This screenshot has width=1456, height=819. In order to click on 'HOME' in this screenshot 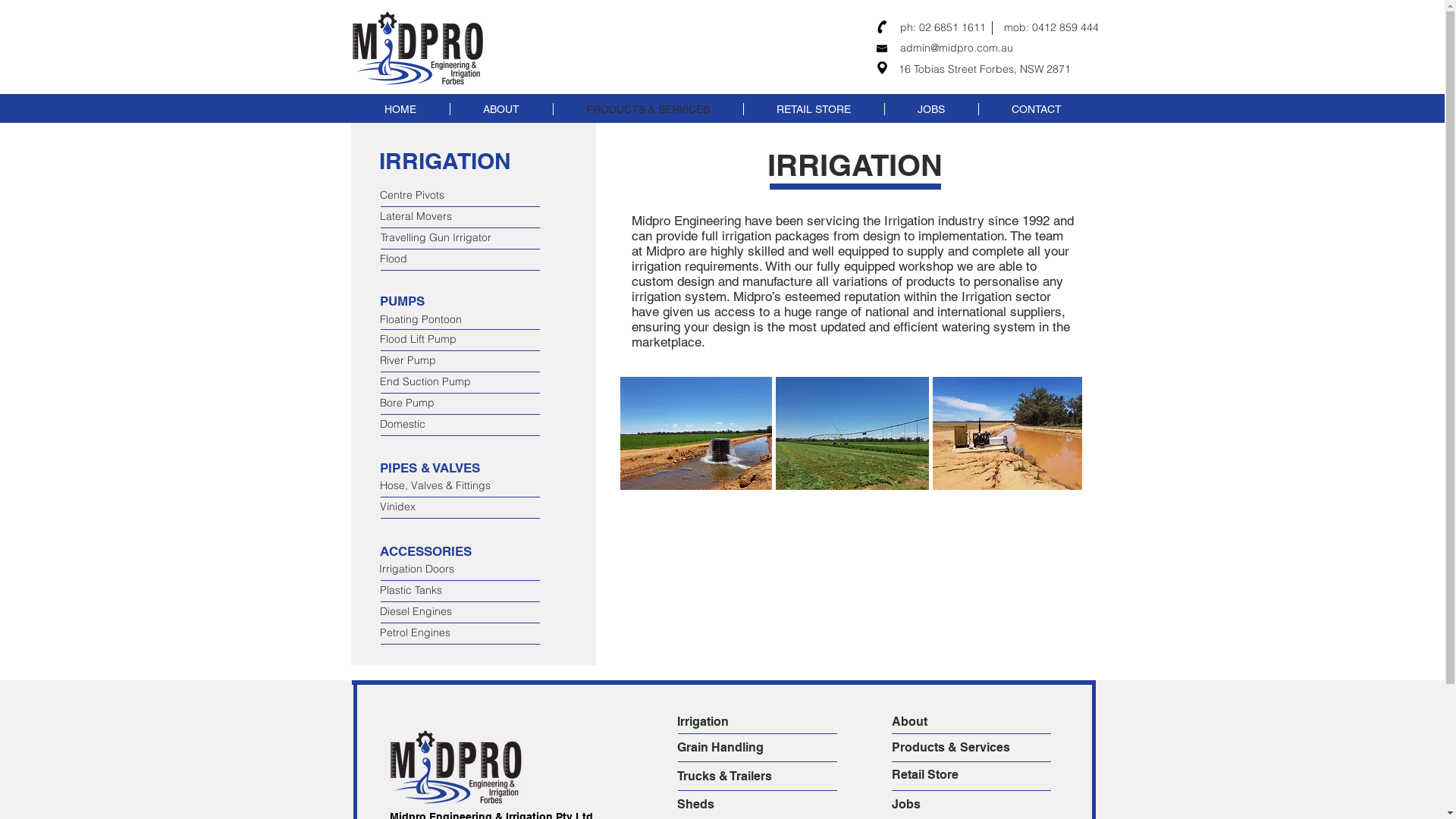, I will do `click(400, 108)`.